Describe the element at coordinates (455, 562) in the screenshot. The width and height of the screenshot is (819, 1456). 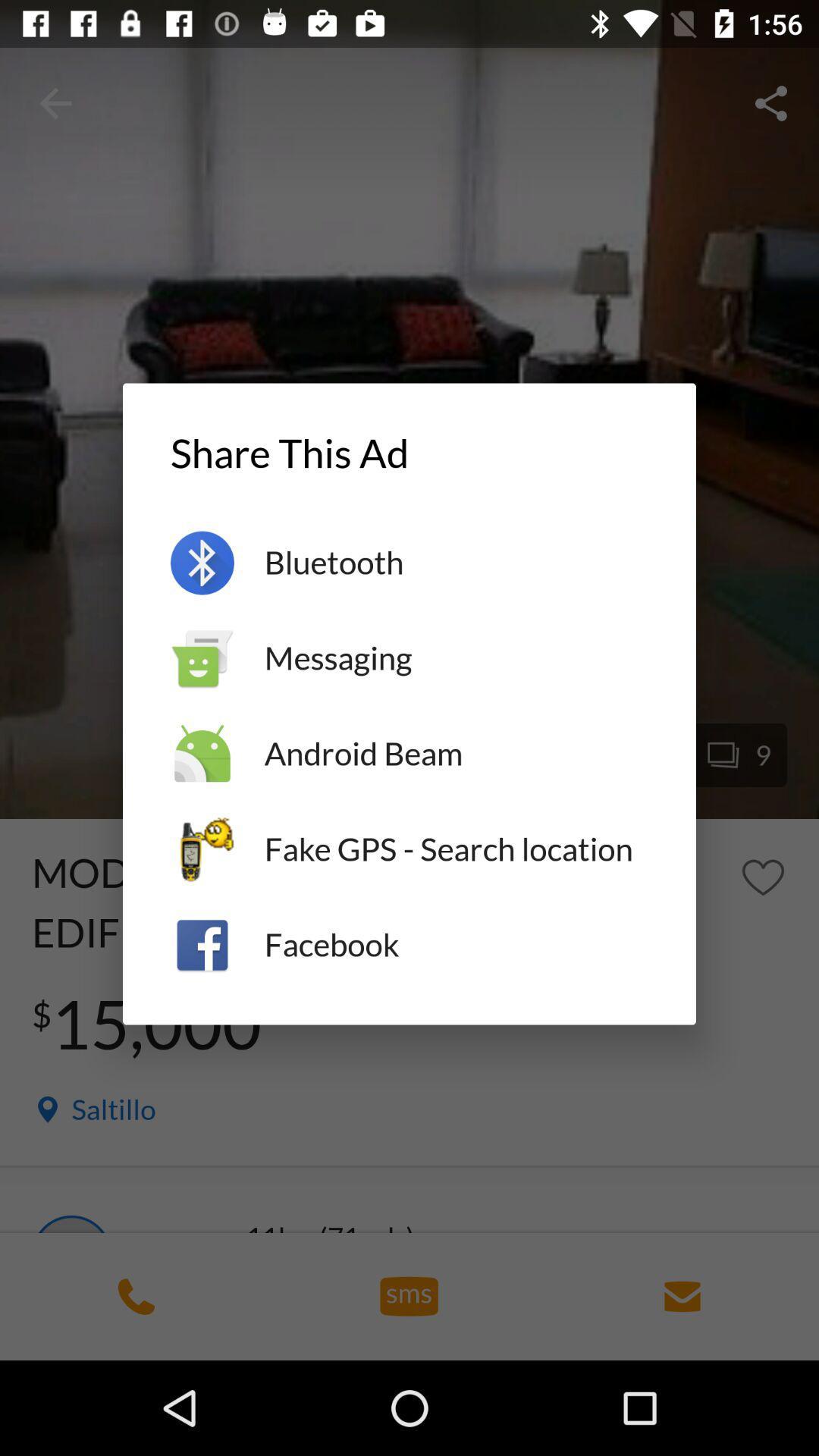
I see `bluetooth icon` at that location.